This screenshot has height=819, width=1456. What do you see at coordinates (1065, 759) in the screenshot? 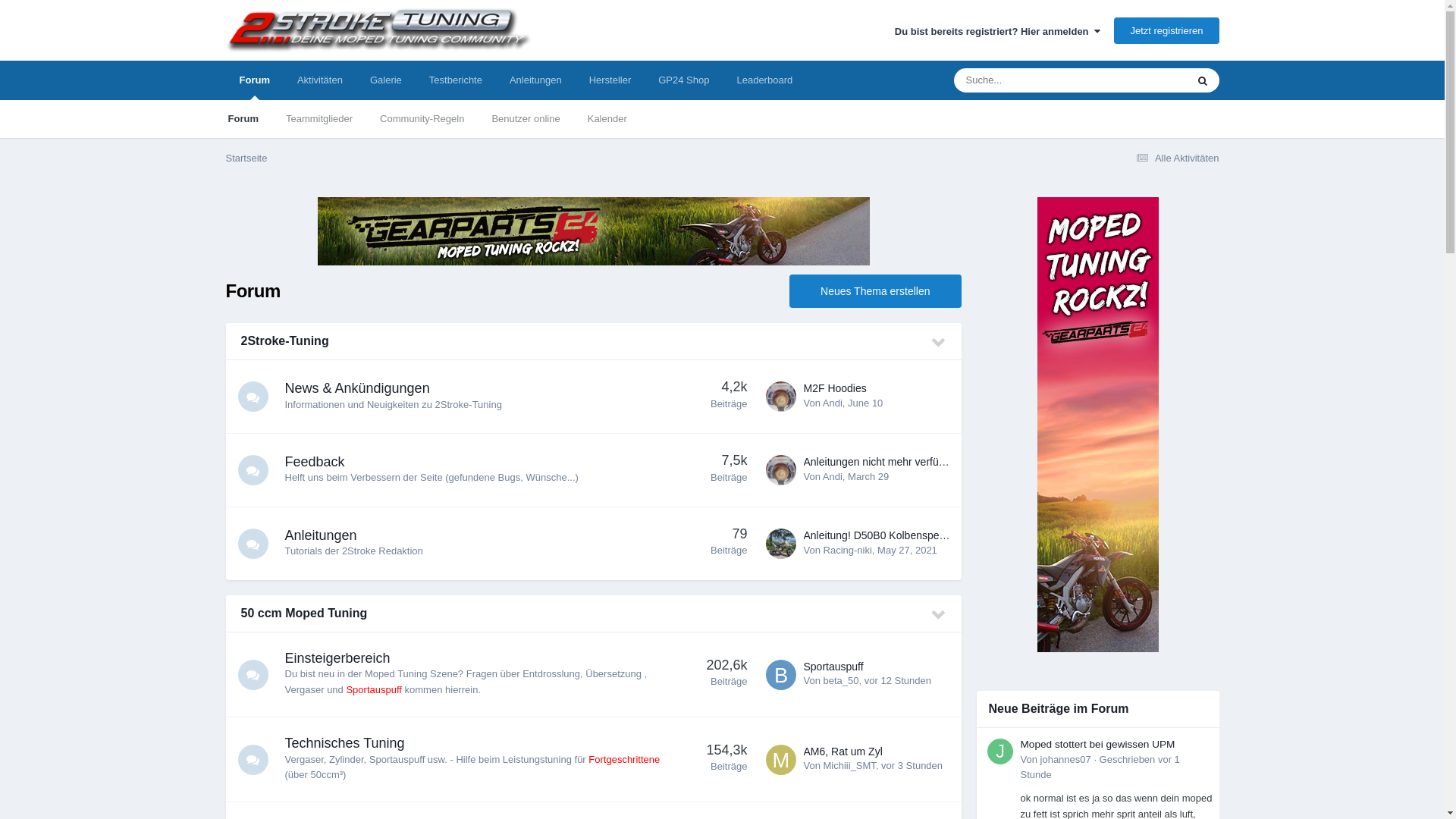
I see `'johannes07'` at bounding box center [1065, 759].